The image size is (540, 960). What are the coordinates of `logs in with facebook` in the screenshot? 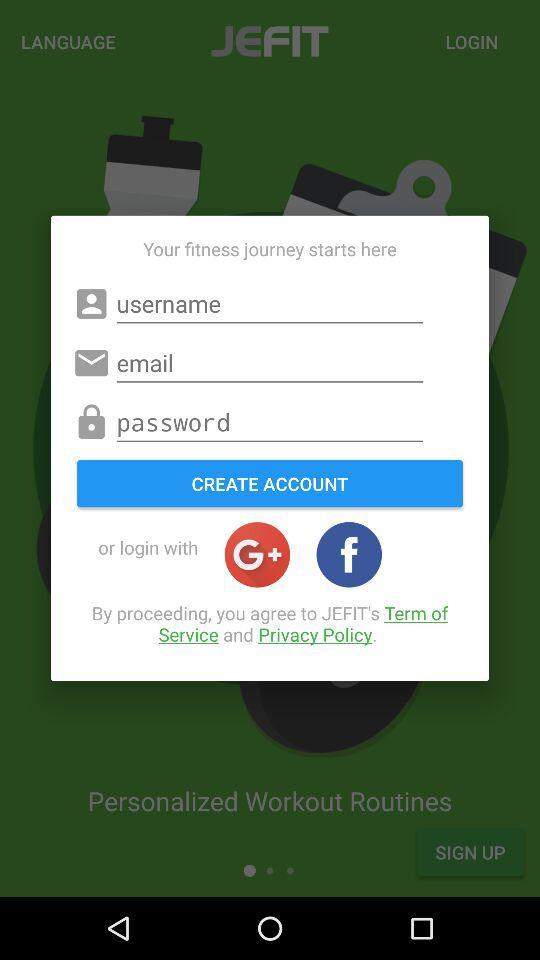 It's located at (348, 554).